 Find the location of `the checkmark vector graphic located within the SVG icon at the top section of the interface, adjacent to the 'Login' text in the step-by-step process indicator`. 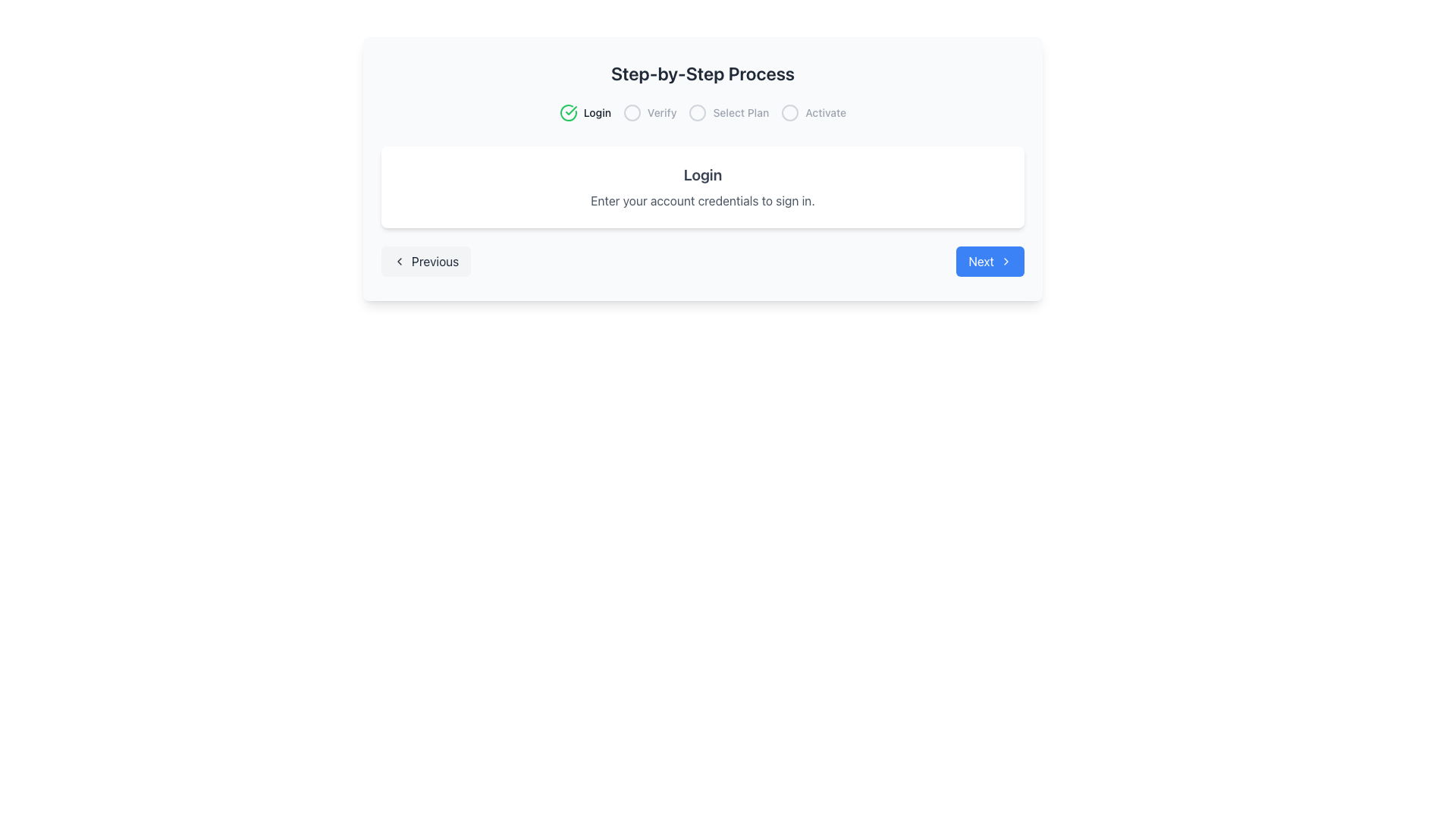

the checkmark vector graphic located within the SVG icon at the top section of the interface, adjacent to the 'Login' text in the step-by-step process indicator is located at coordinates (570, 110).